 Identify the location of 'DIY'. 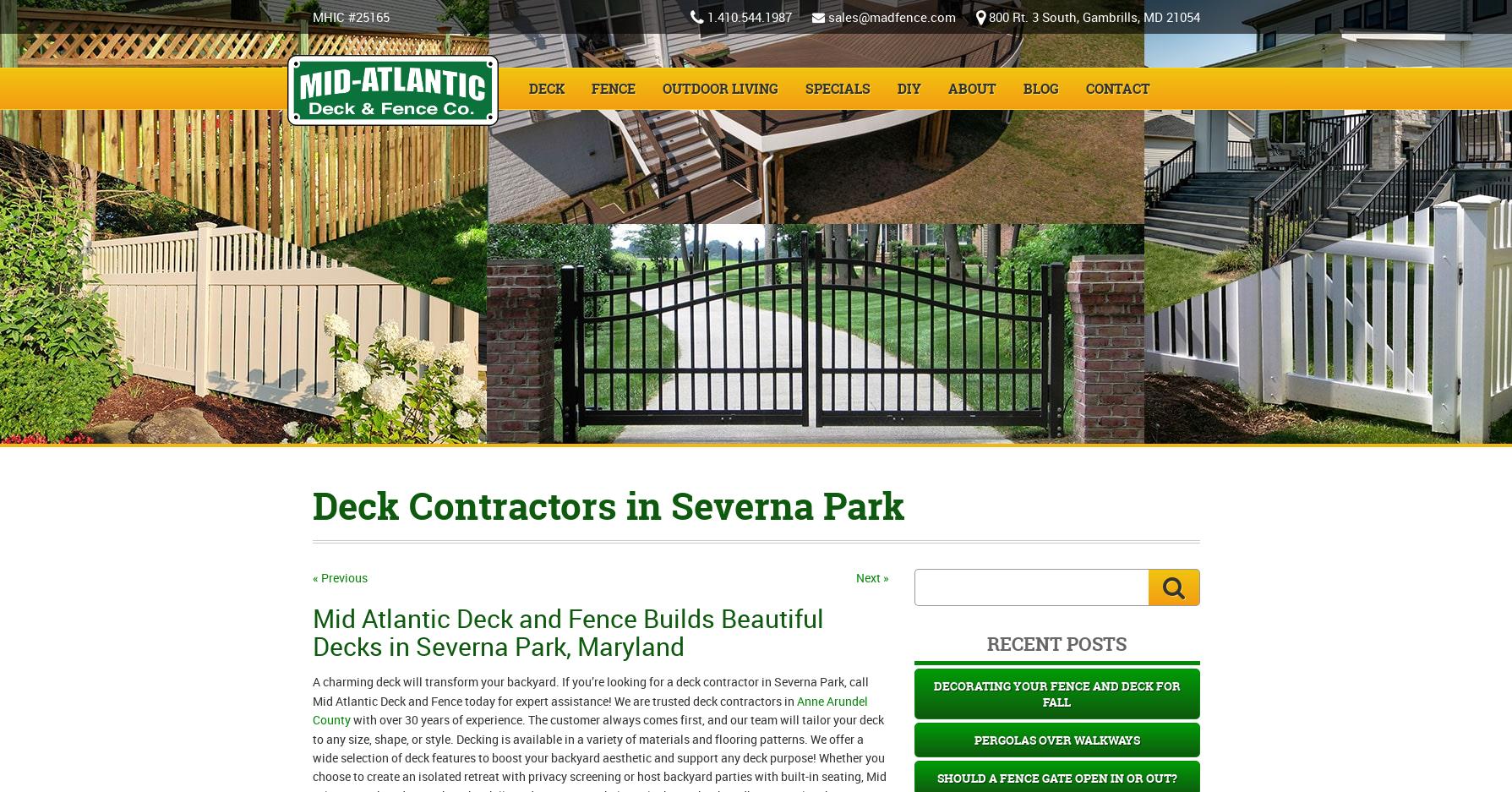
(908, 88).